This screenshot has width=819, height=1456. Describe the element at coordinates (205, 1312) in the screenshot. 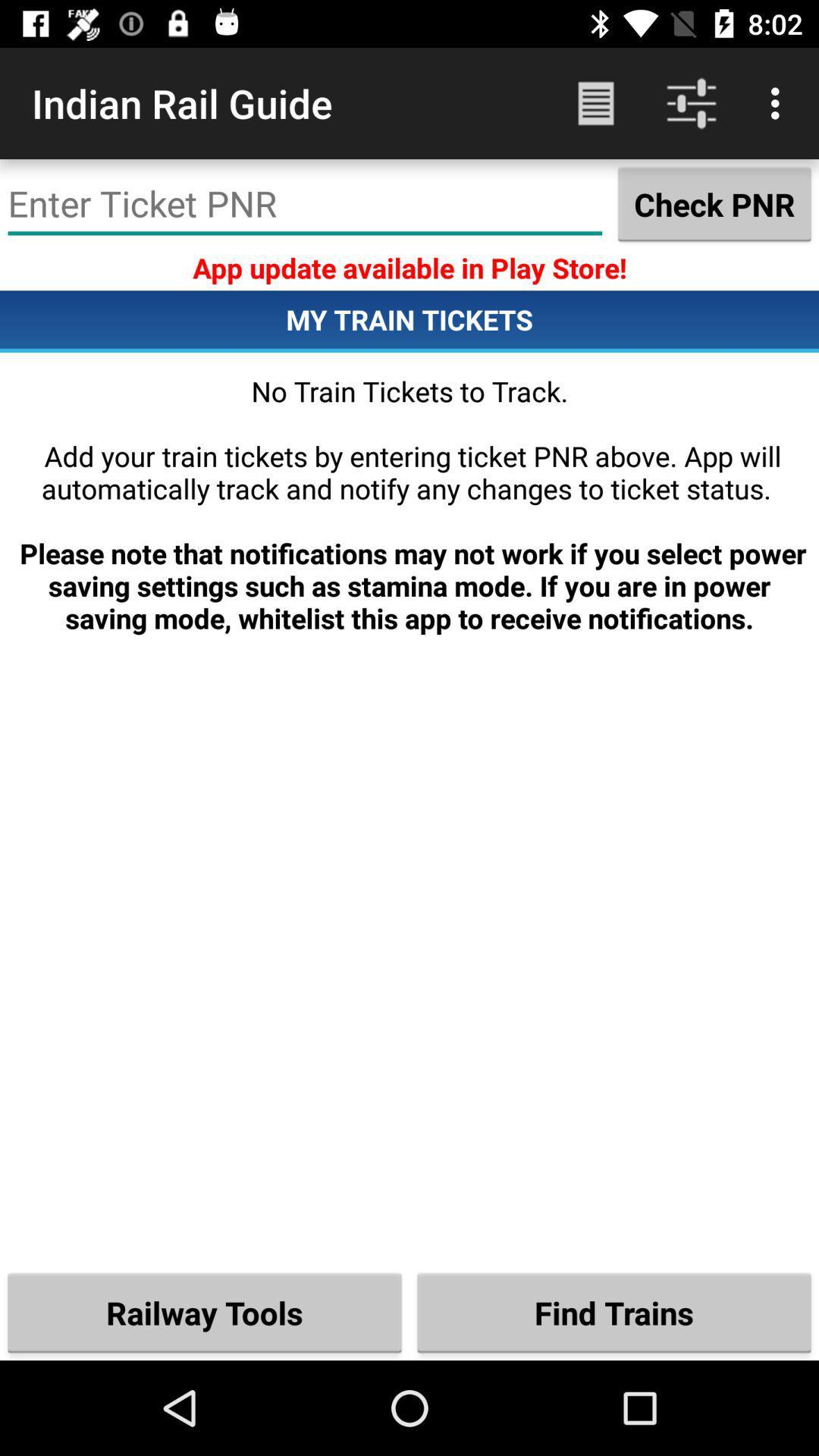

I see `icon at the bottom left corner` at that location.